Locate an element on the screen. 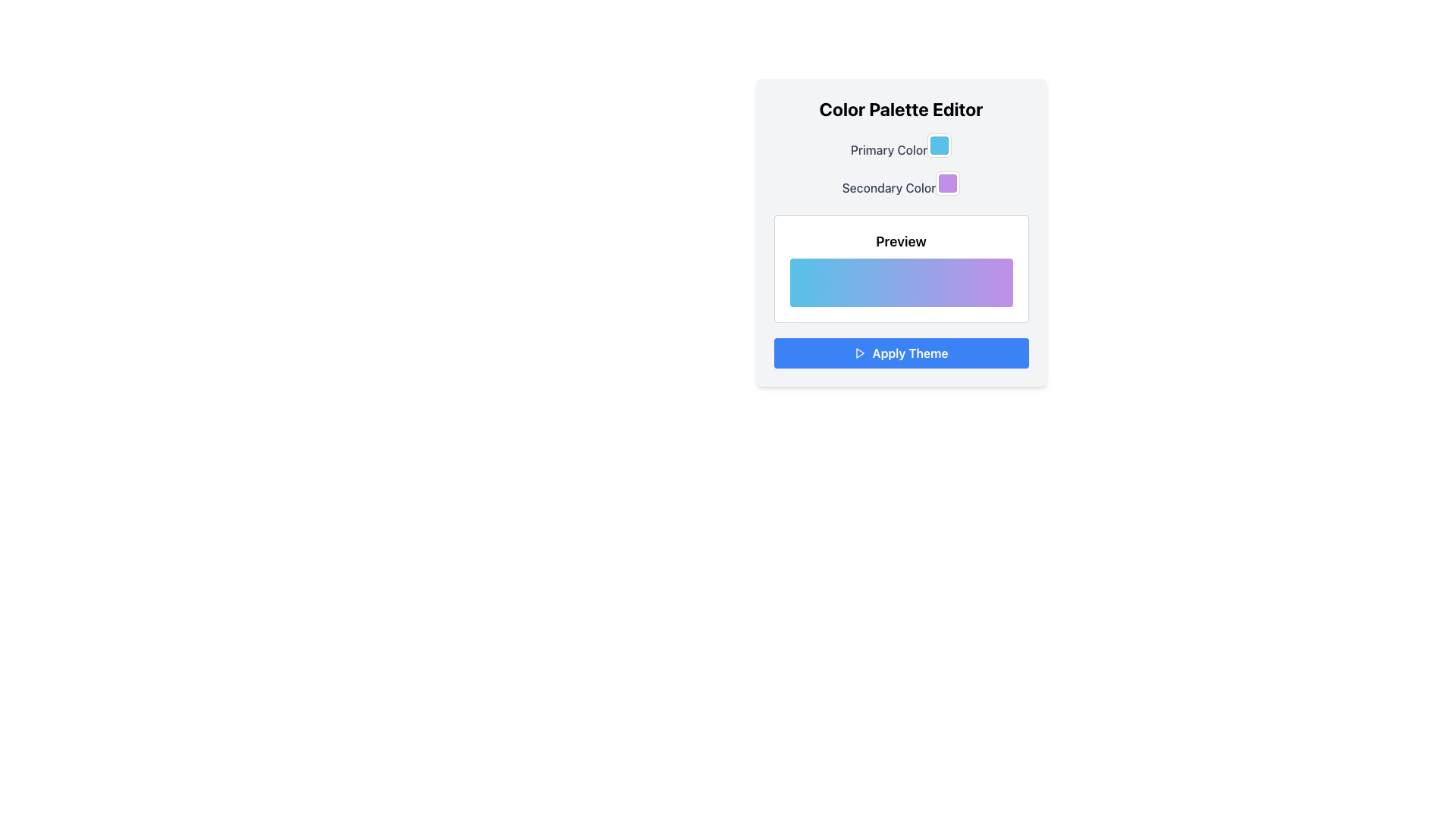  the static text header titled 'Color Palette Editor', which is a large, bold caption centered at the top of the card is located at coordinates (901, 108).